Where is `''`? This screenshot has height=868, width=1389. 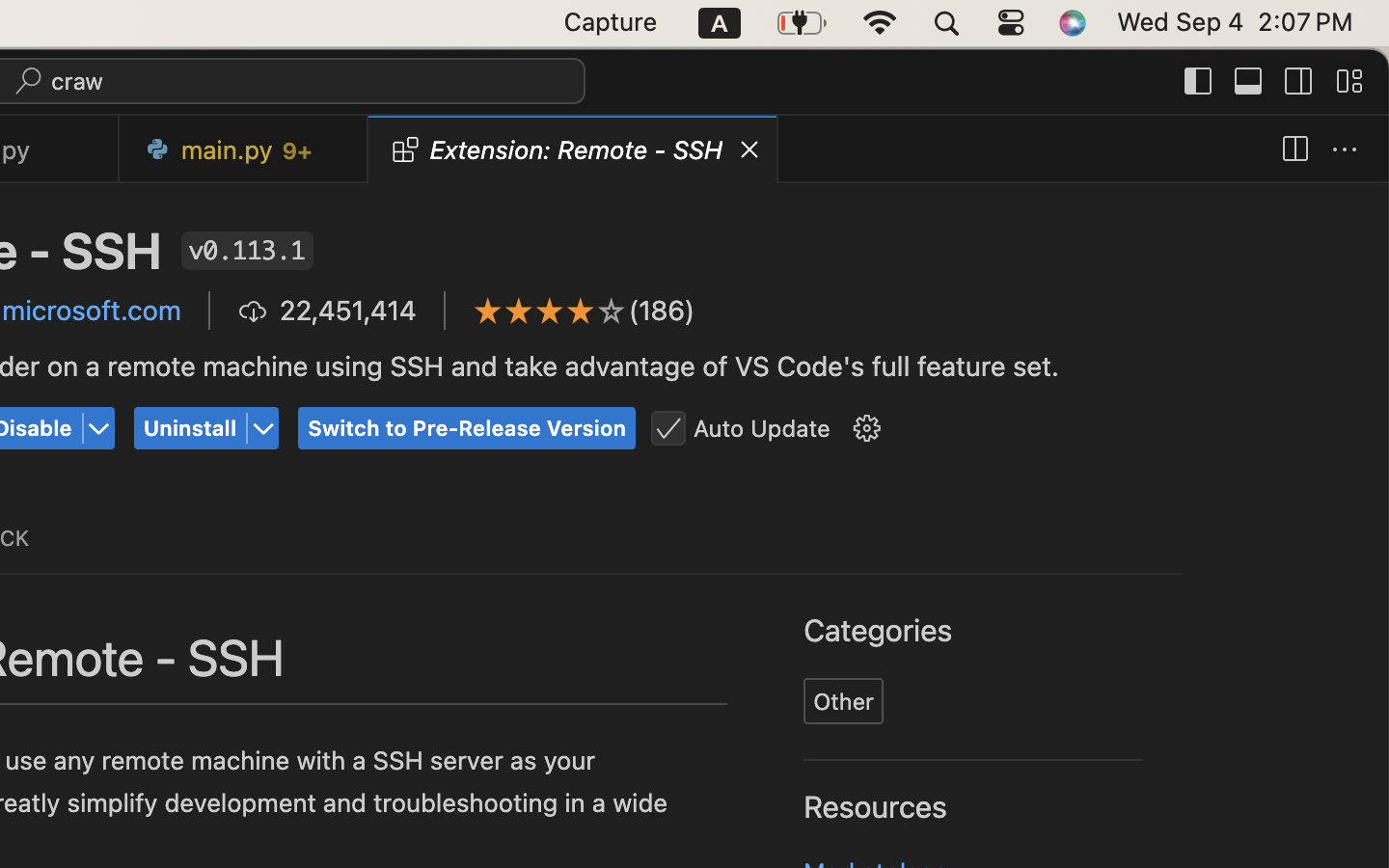
'' is located at coordinates (98, 428).